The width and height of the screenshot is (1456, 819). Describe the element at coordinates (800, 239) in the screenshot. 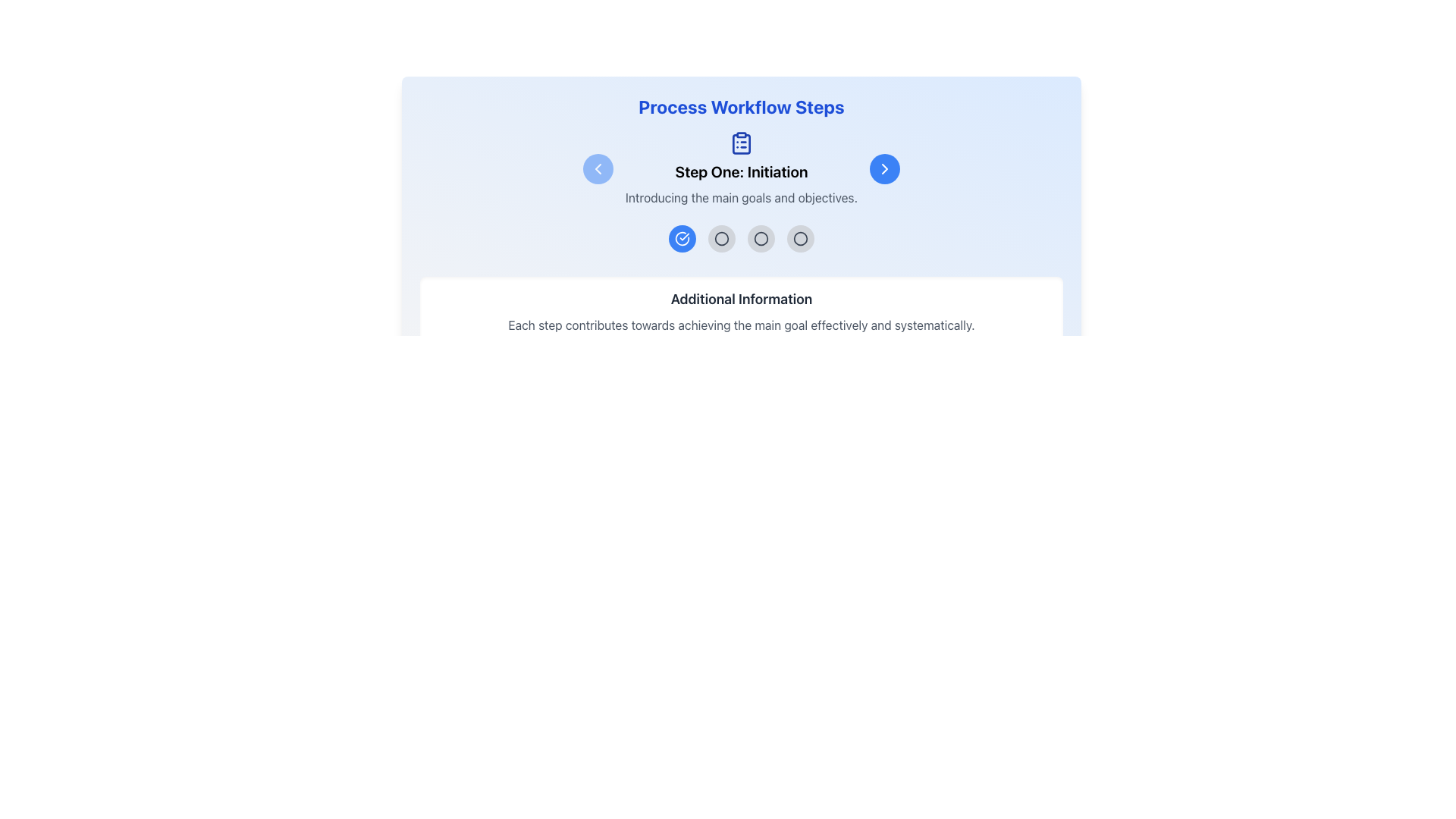

I see `the fourth circular button below the text 'Step One: Initiation'` at that location.